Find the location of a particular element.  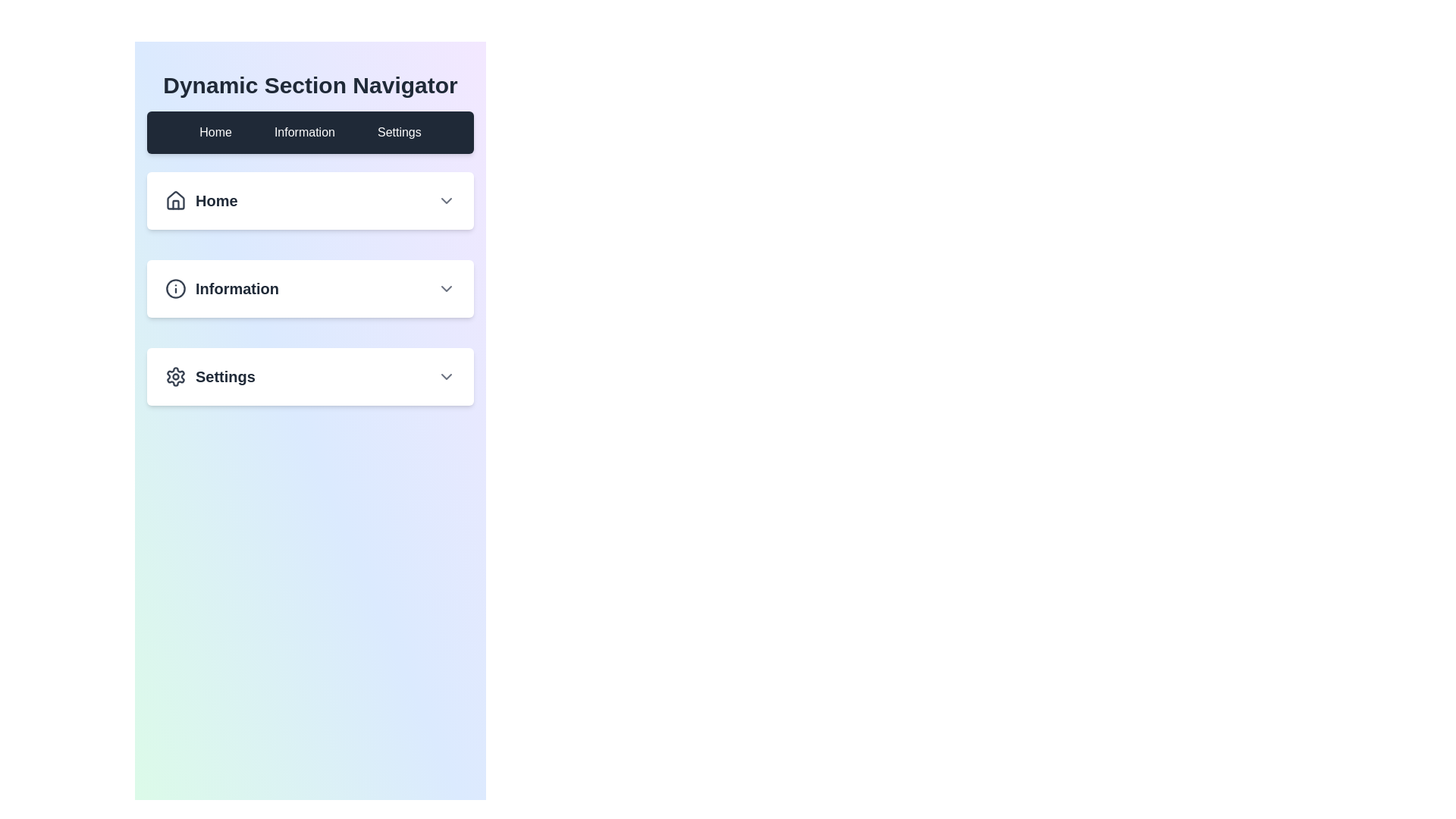

the 'Settings' menu item with icon and label located in the bottom section under 'Dynamic Section Navigator' for accessibility navigation is located at coordinates (209, 376).